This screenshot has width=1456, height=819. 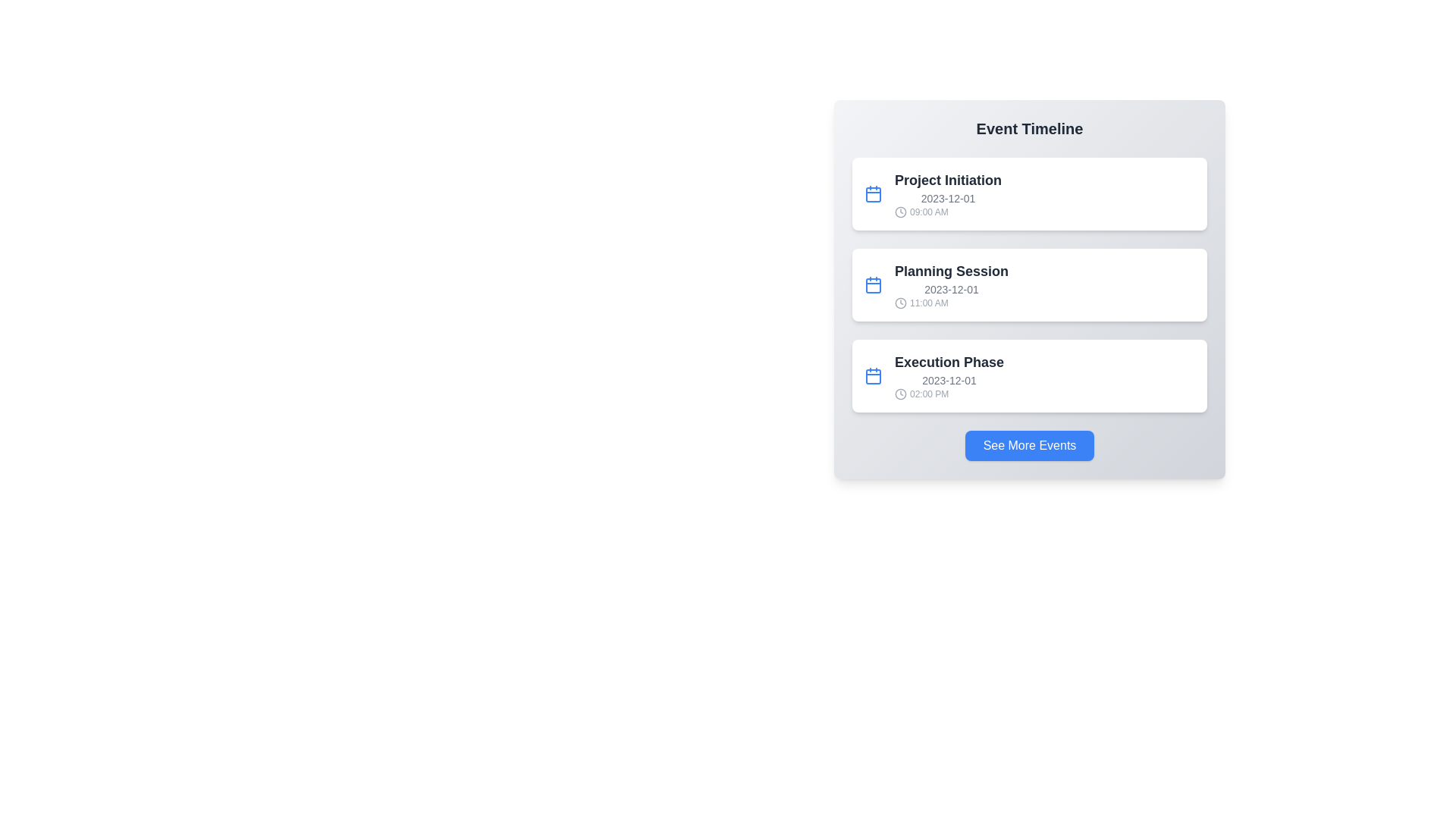 What do you see at coordinates (901, 394) in the screenshot?
I see `the clock icon associated with the Execution Phase event` at bounding box center [901, 394].